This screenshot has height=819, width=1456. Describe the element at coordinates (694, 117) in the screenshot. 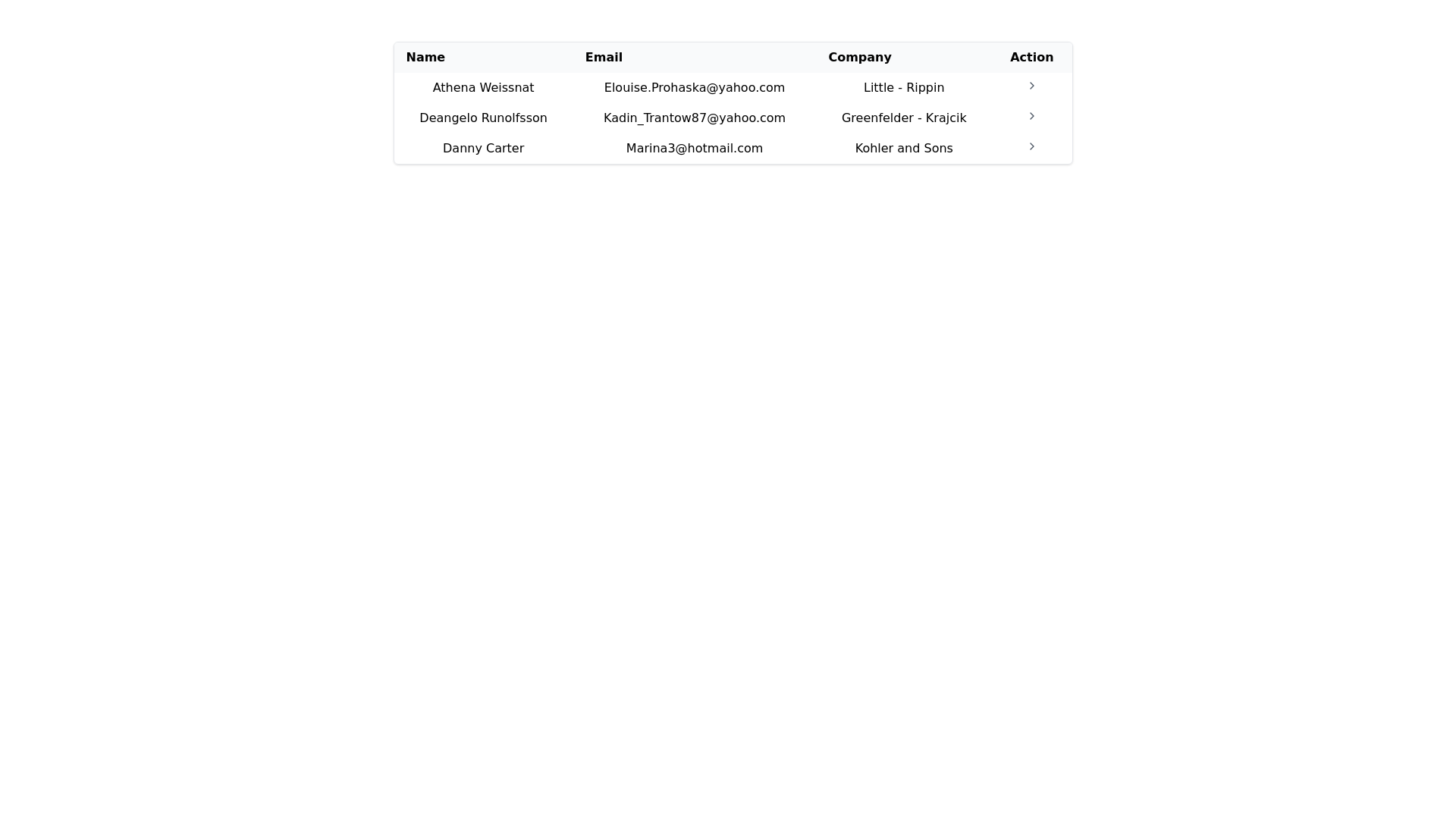

I see `text content of the email address 'Kadin_Trantow87@yahoo.com' displayed in the second column of the second row in the table` at that location.